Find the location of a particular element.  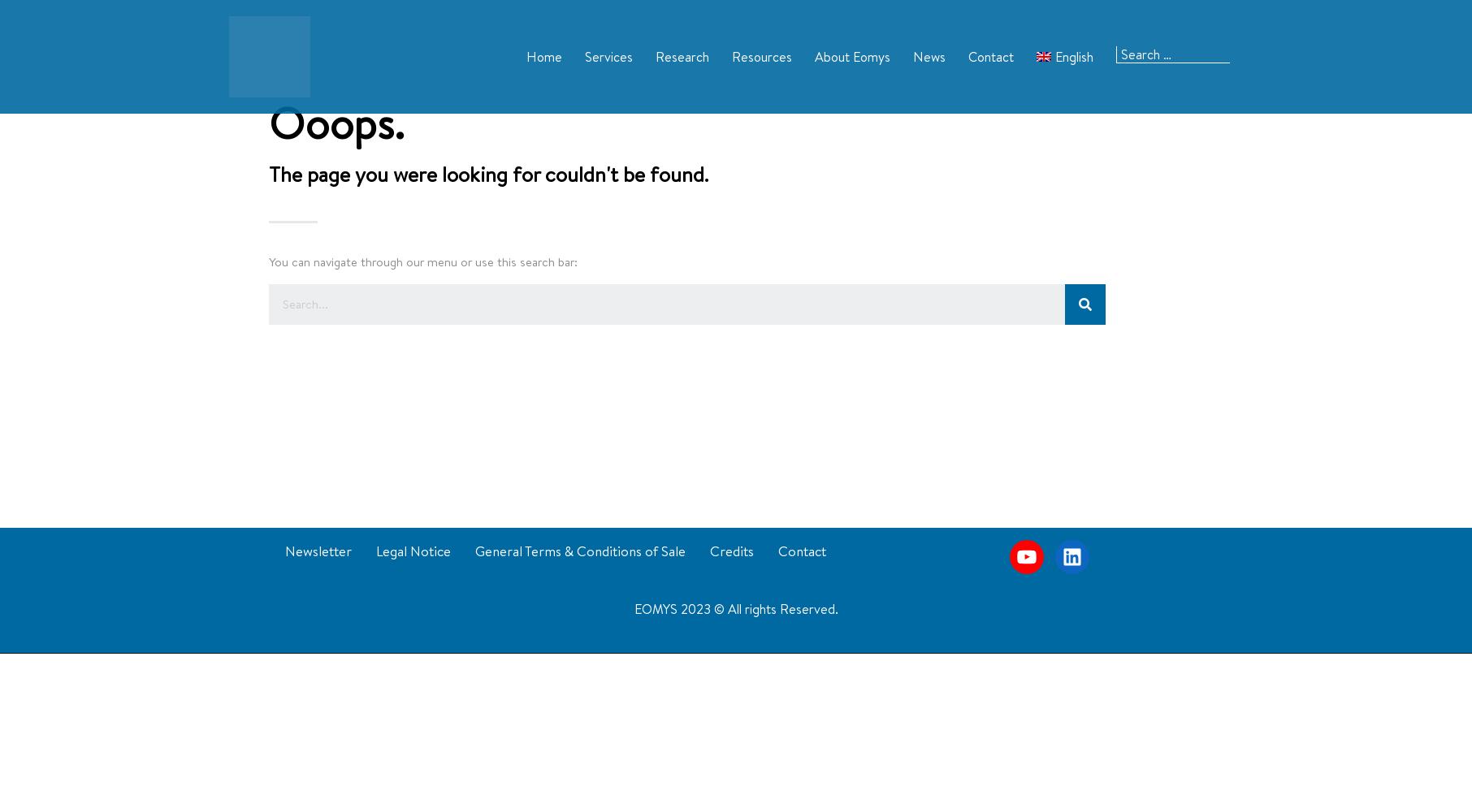

'Home' is located at coordinates (542, 55).